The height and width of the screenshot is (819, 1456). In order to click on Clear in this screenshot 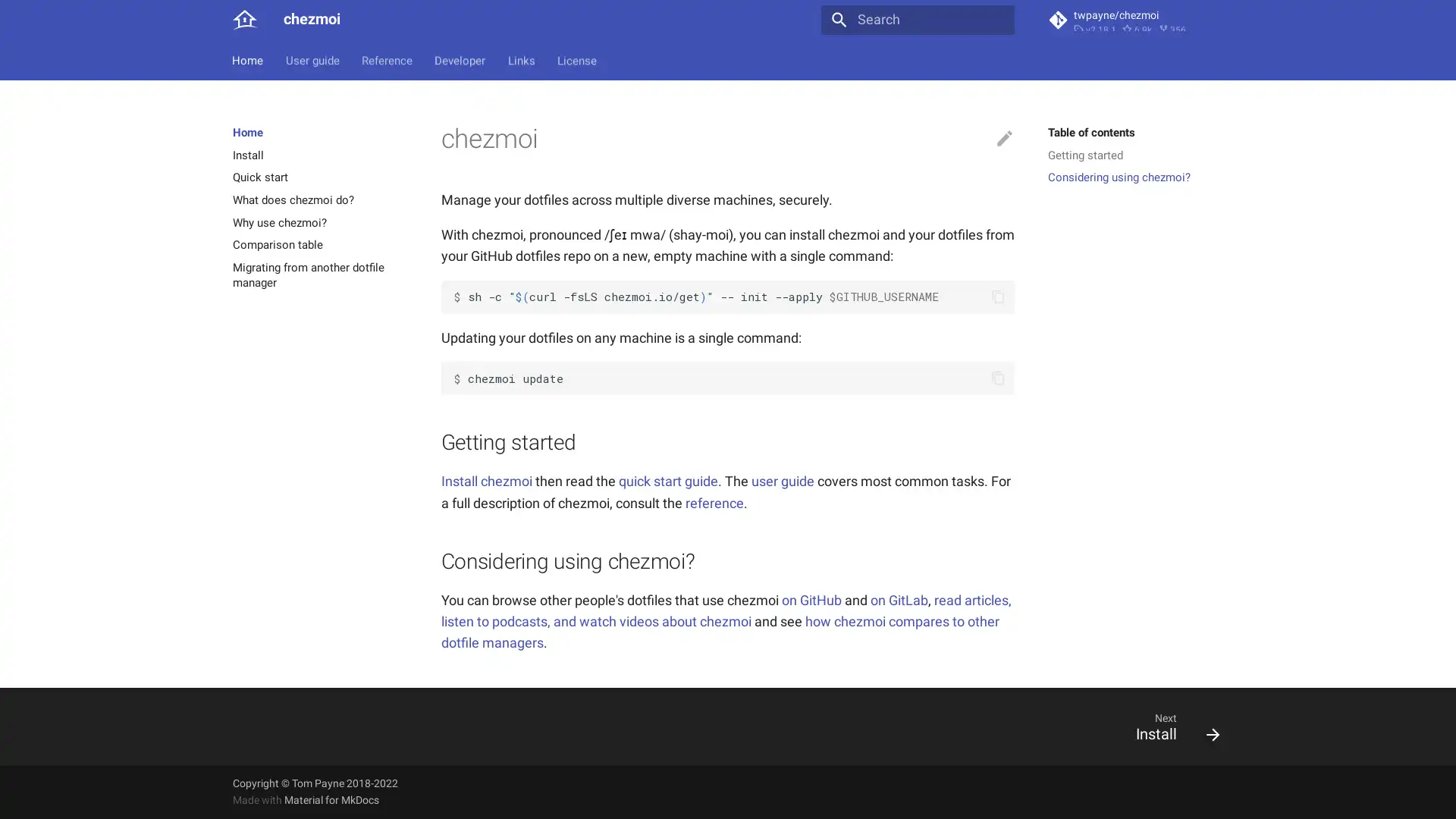, I will do `click(996, 20)`.